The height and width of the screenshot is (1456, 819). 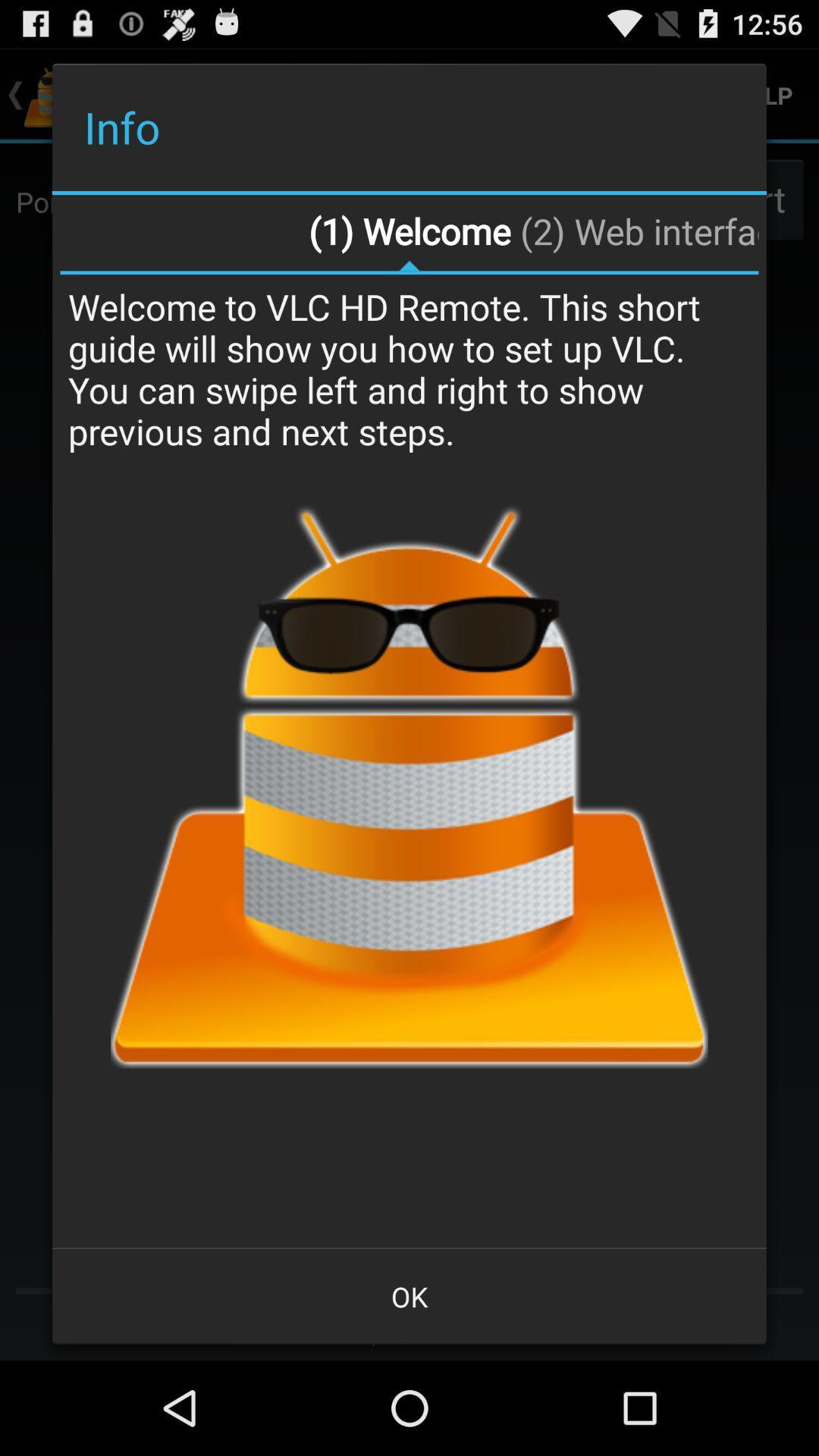 I want to click on the ok button, so click(x=409, y=1295).